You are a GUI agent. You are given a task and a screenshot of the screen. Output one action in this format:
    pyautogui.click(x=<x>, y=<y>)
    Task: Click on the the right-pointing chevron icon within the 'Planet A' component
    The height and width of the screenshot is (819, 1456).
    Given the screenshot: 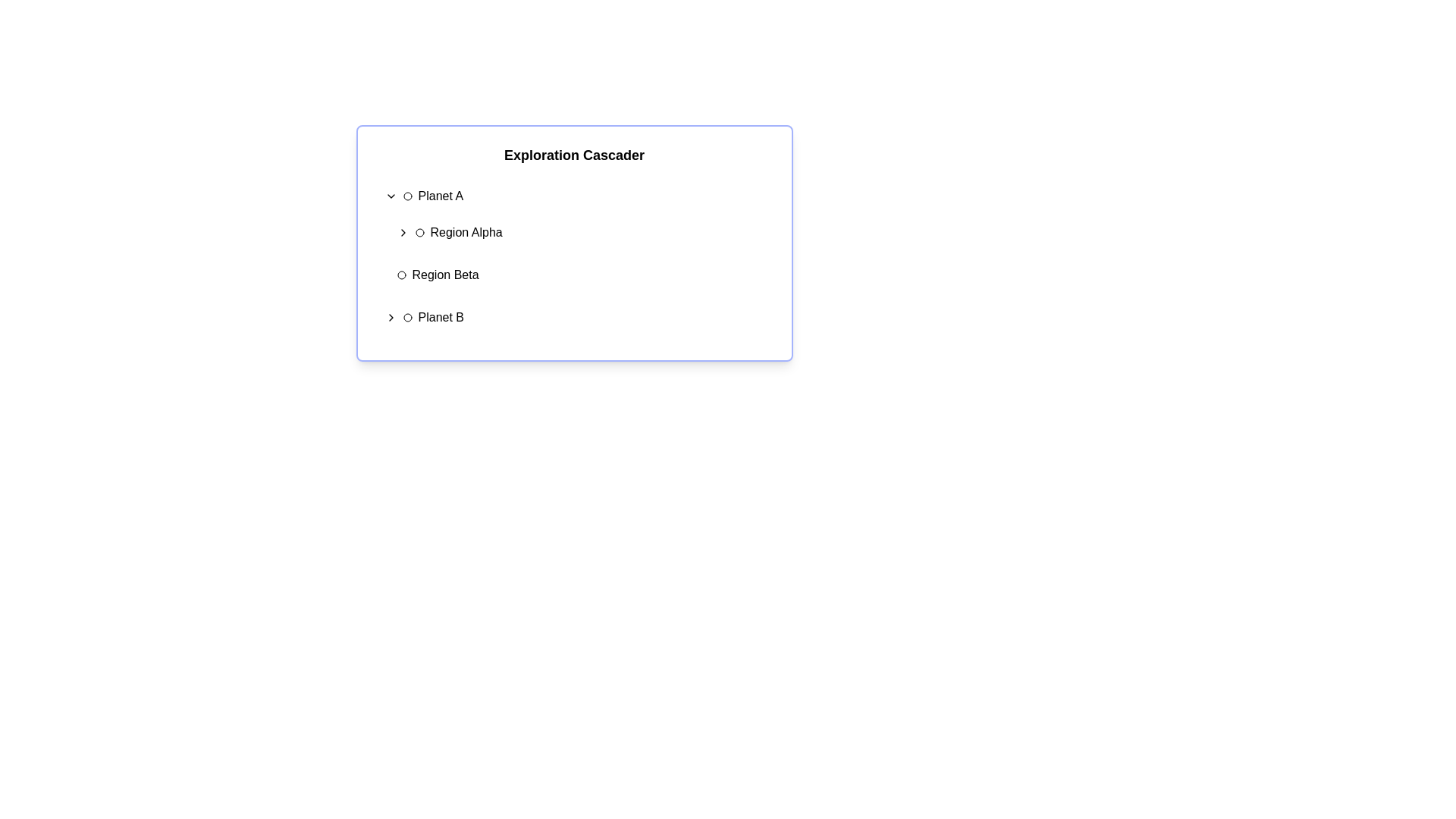 What is the action you would take?
    pyautogui.click(x=391, y=195)
    